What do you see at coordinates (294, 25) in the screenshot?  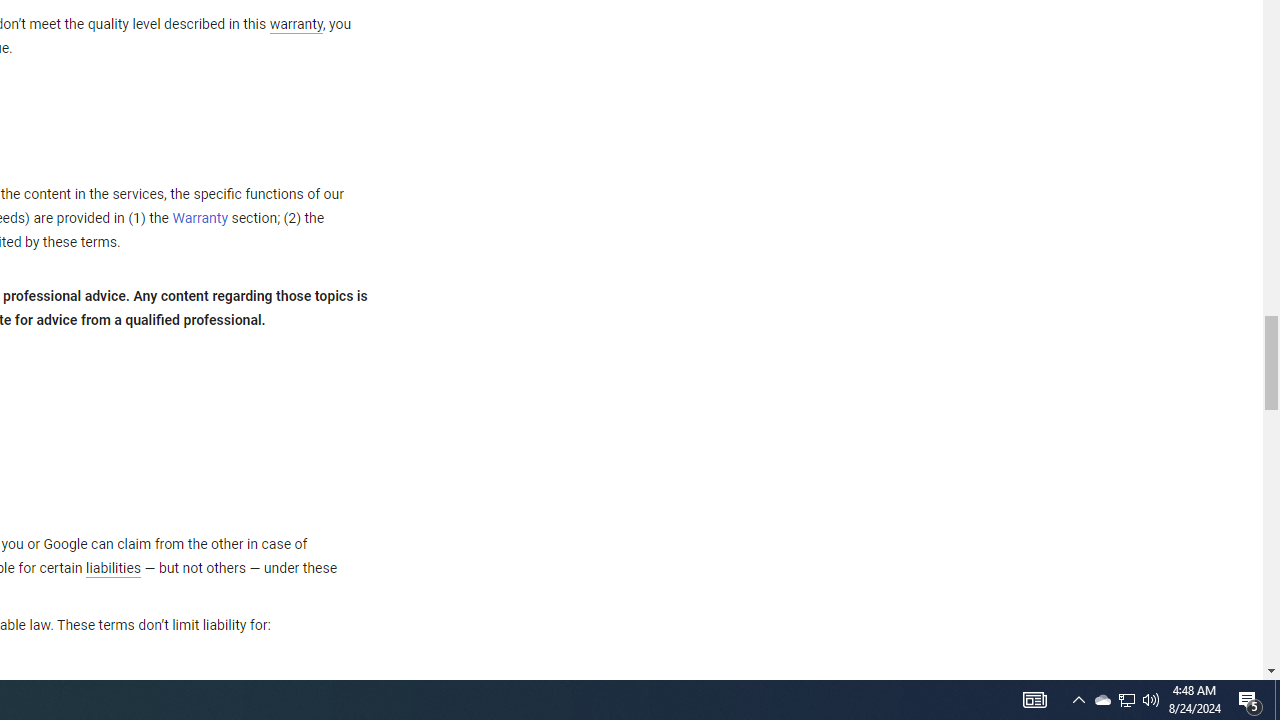 I see `'warranty'` at bounding box center [294, 25].